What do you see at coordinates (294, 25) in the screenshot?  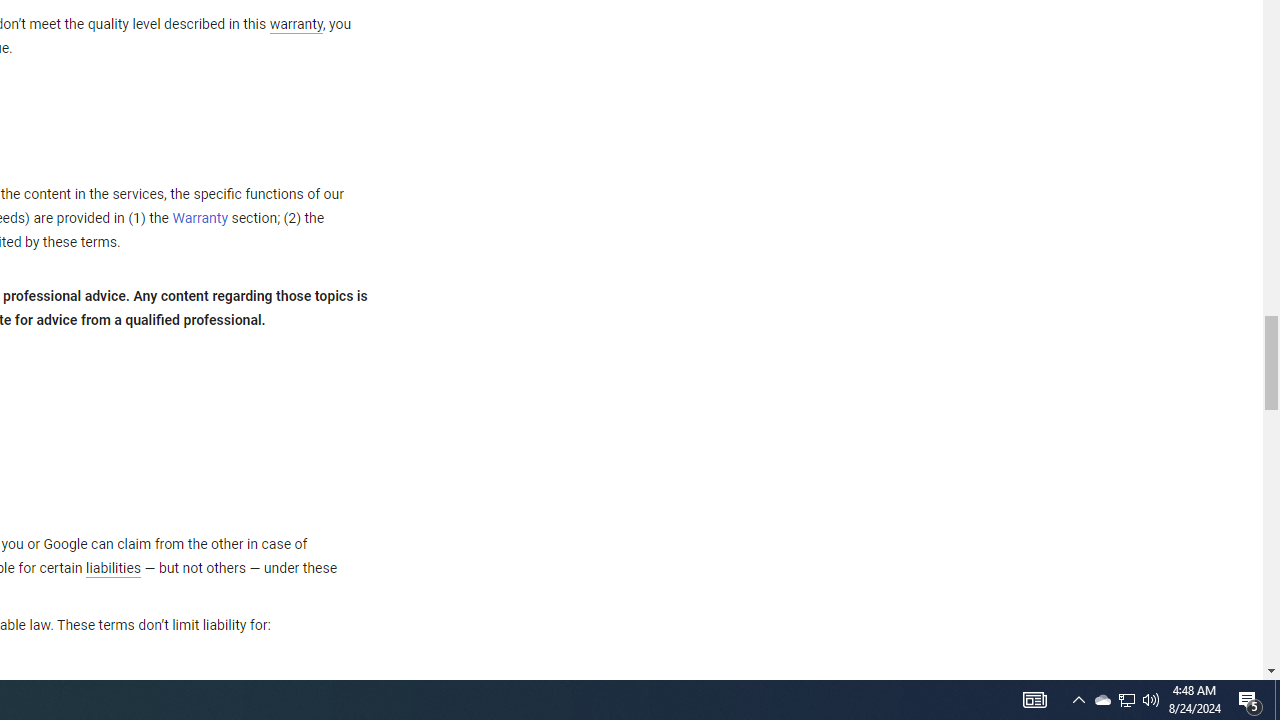 I see `'warranty'` at bounding box center [294, 25].